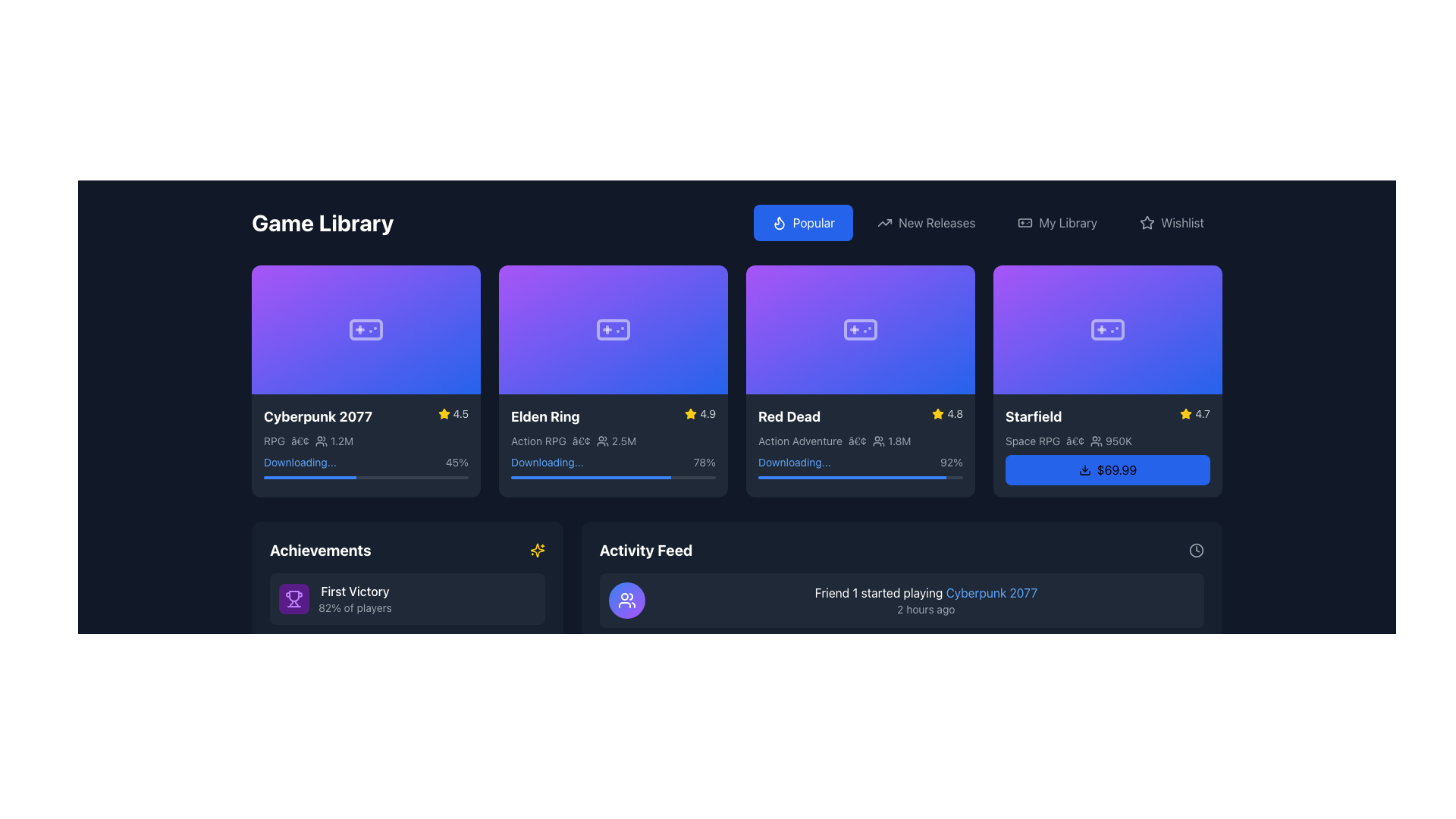 The image size is (1456, 819). I want to click on the text metadata description labeled 'Action Adventure' with the accompanying icon, located beneath the title 'Red Dead' and above 'Downloading...92%', so click(860, 441).